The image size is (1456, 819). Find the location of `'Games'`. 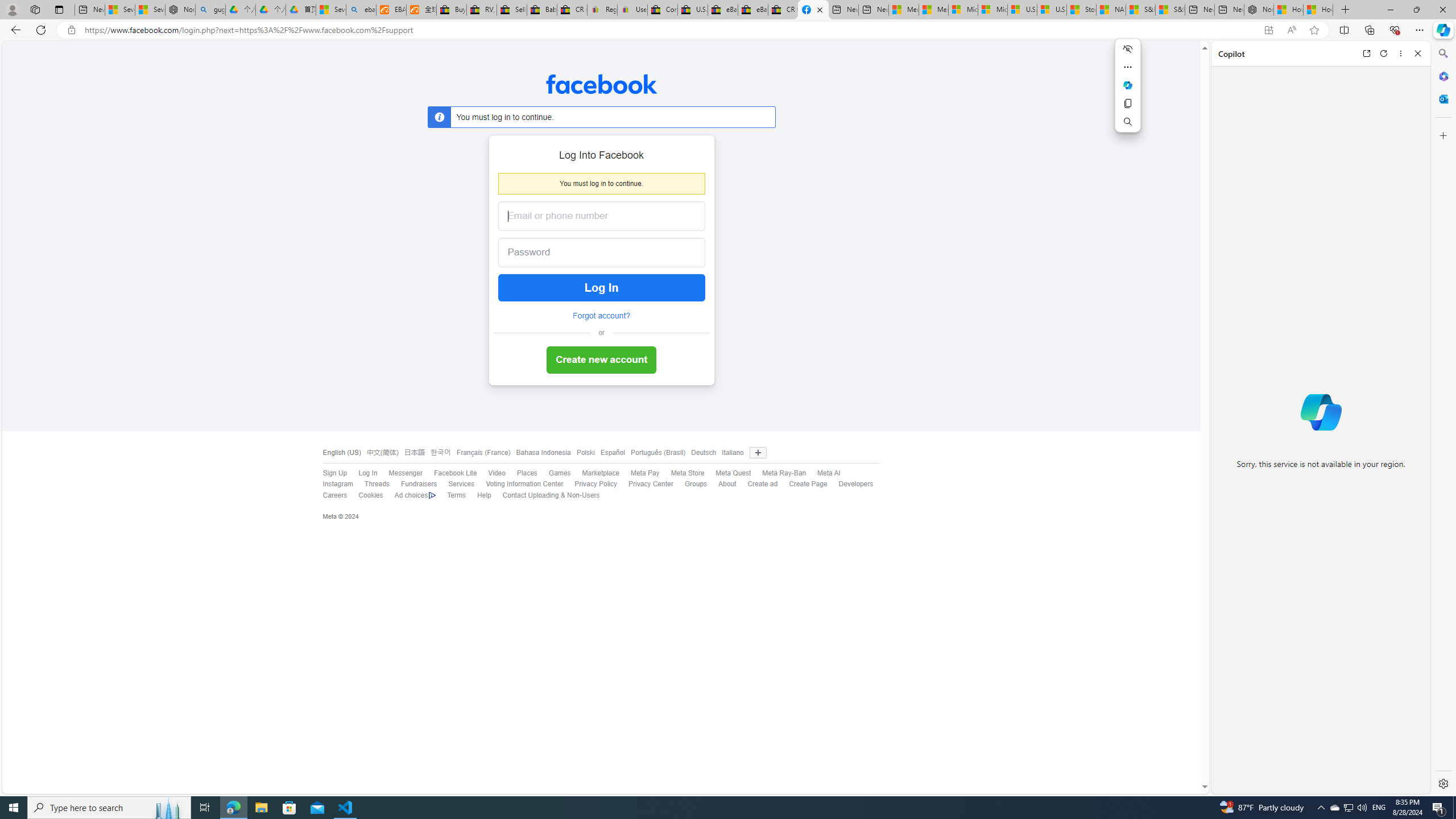

'Games' is located at coordinates (559, 473).